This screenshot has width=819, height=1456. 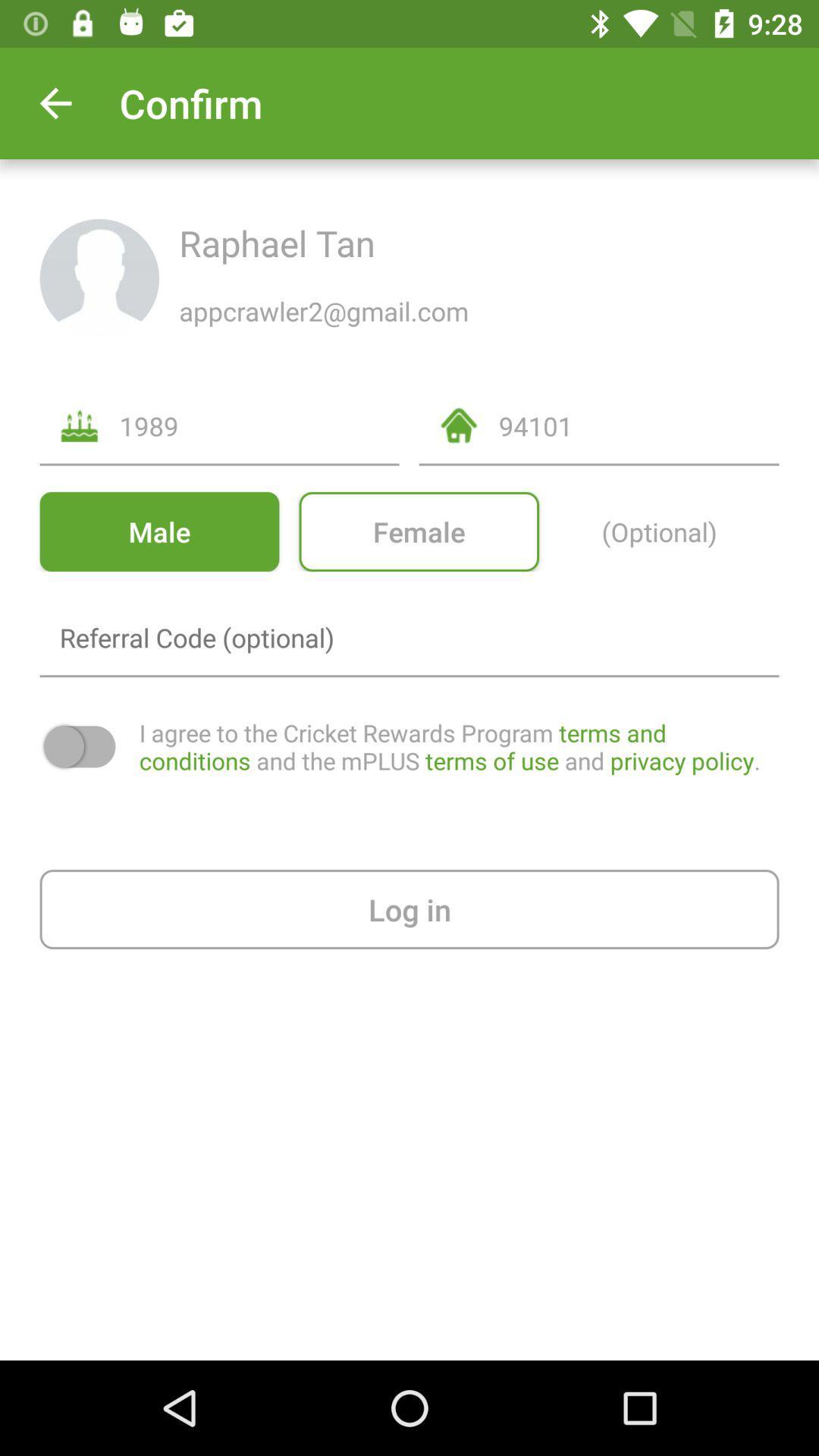 I want to click on log in, so click(x=409, y=909).